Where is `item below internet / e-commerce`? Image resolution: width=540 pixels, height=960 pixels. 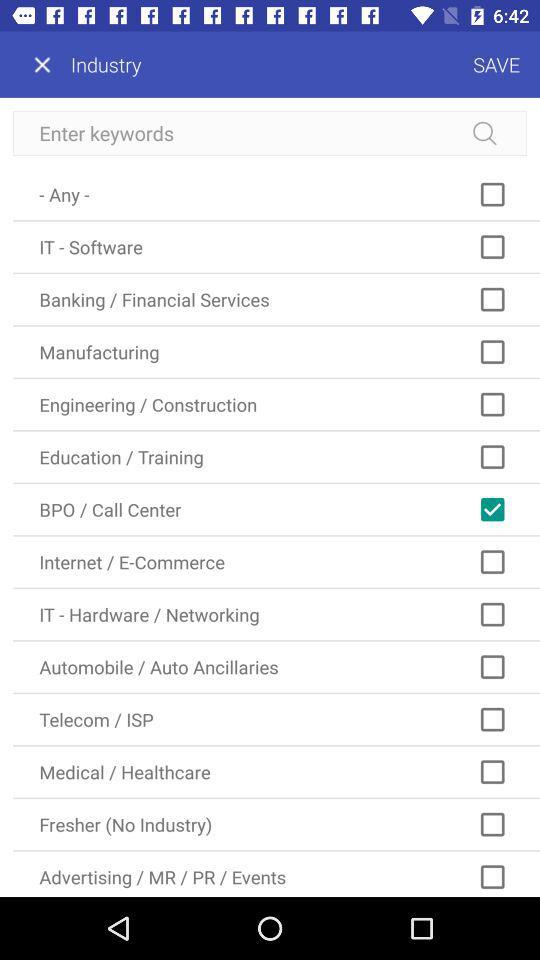 item below internet / e-commerce is located at coordinates (275, 613).